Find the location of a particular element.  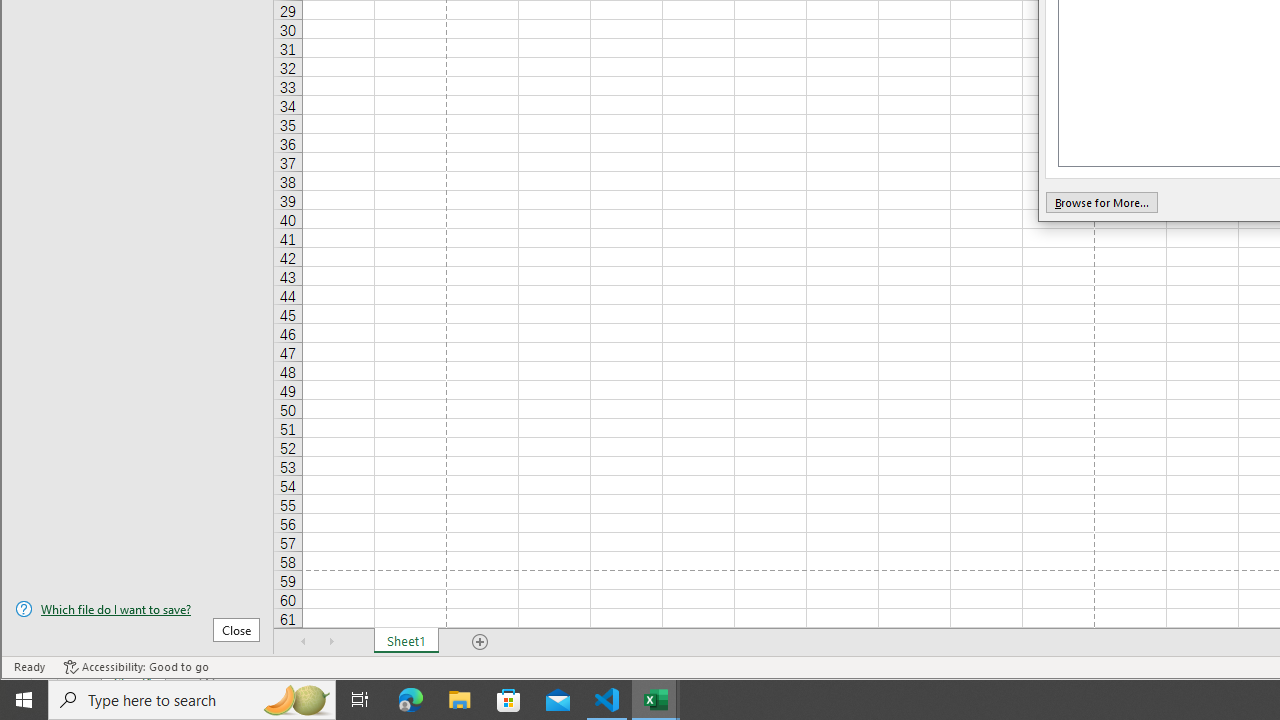

'Visual Studio Code - 1 running window' is located at coordinates (606, 698).